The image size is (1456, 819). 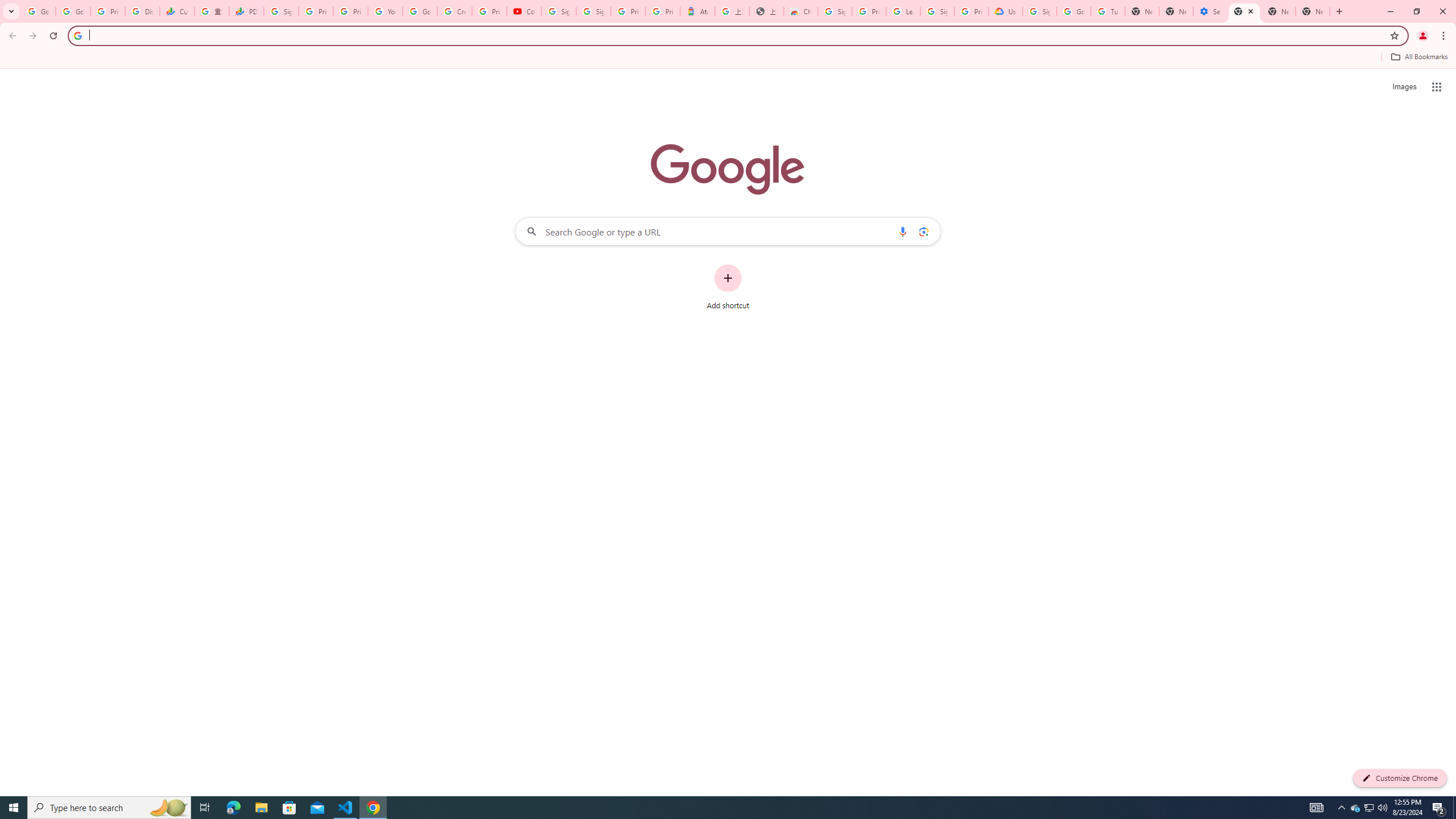 I want to click on 'Search Google or type a URL', so click(x=728, y=230).